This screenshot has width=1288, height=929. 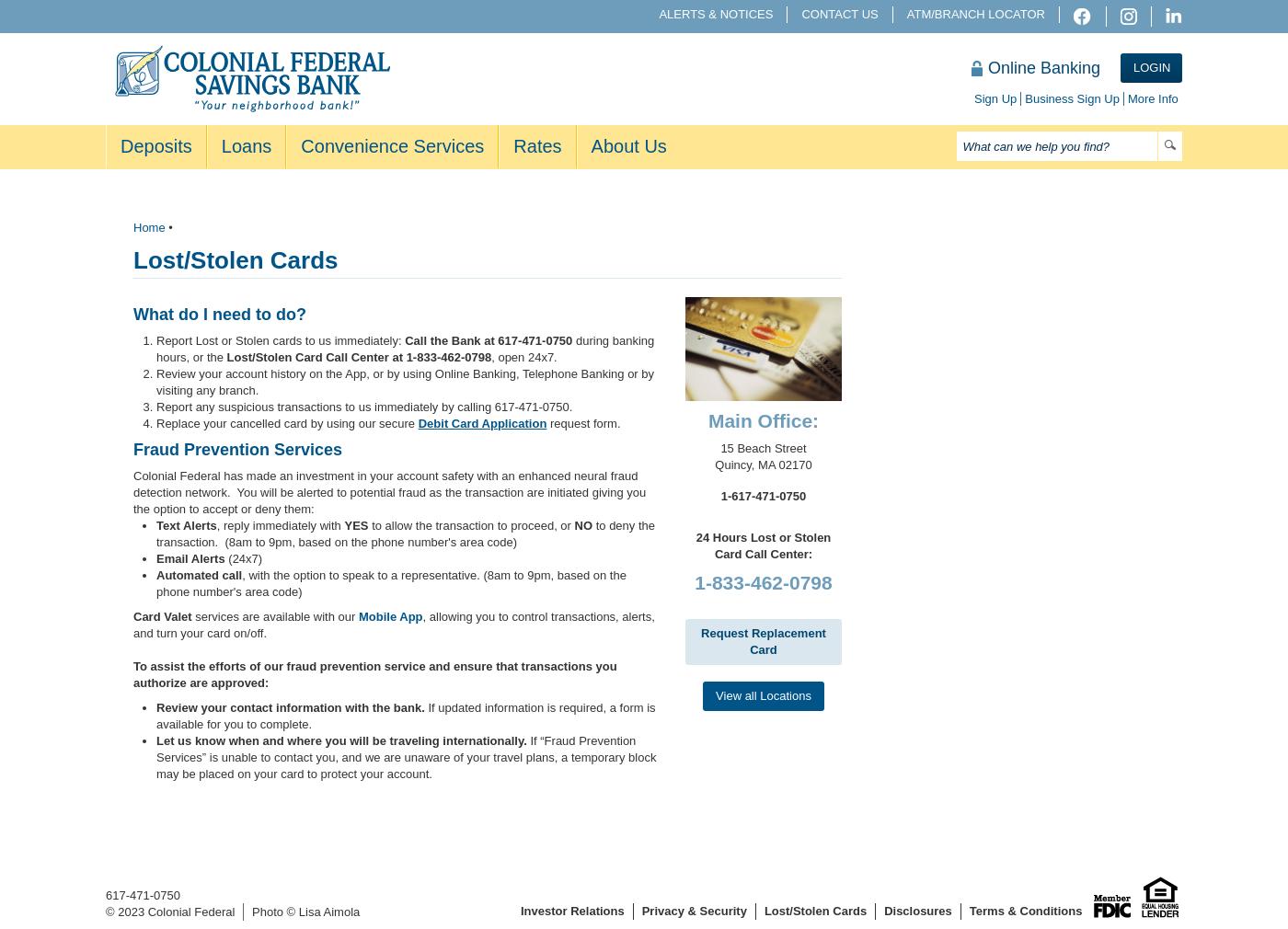 I want to click on '24 Hours Lost or Stolen Card Call Center:', so click(x=763, y=545).